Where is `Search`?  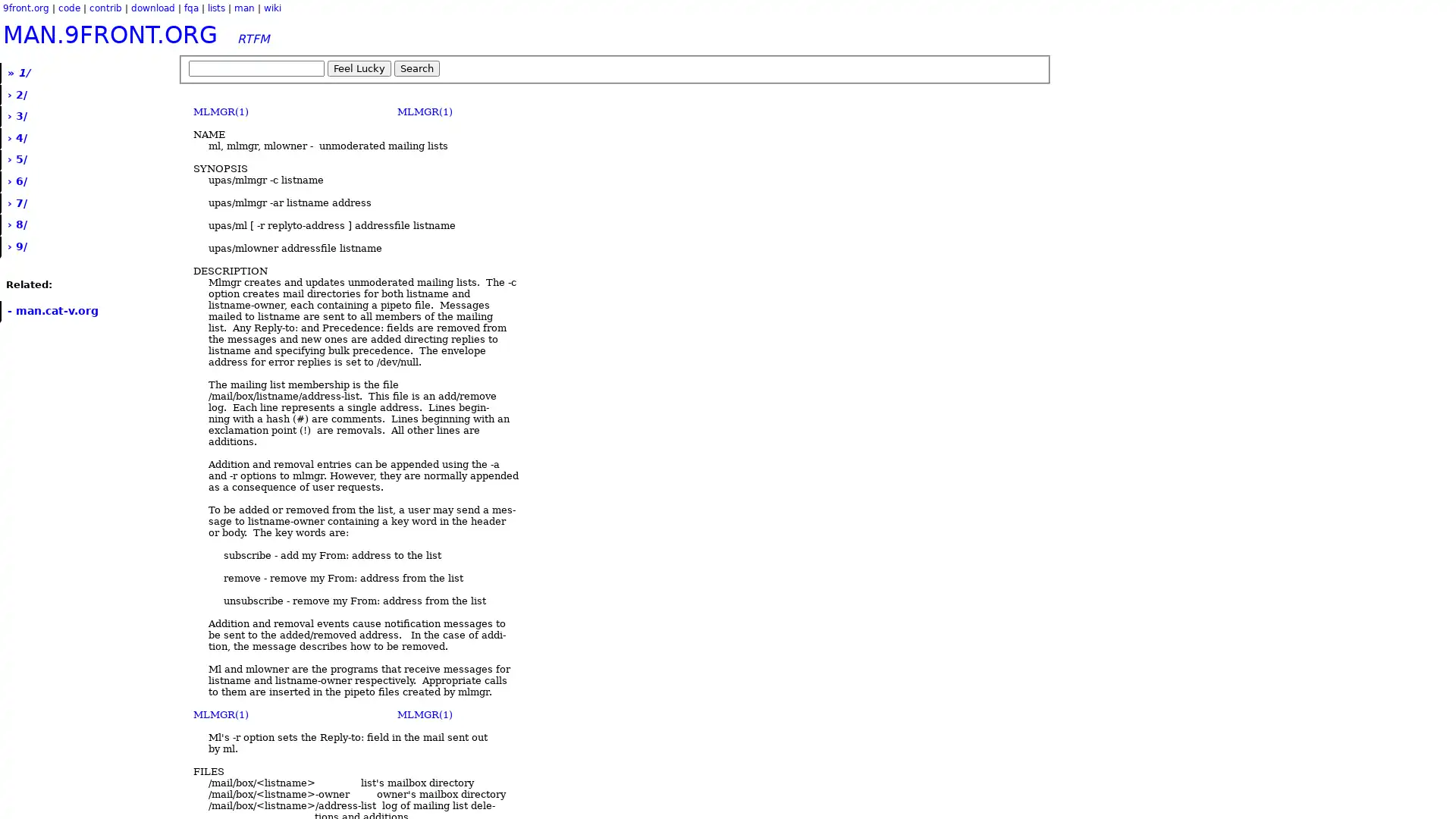 Search is located at coordinates (417, 68).